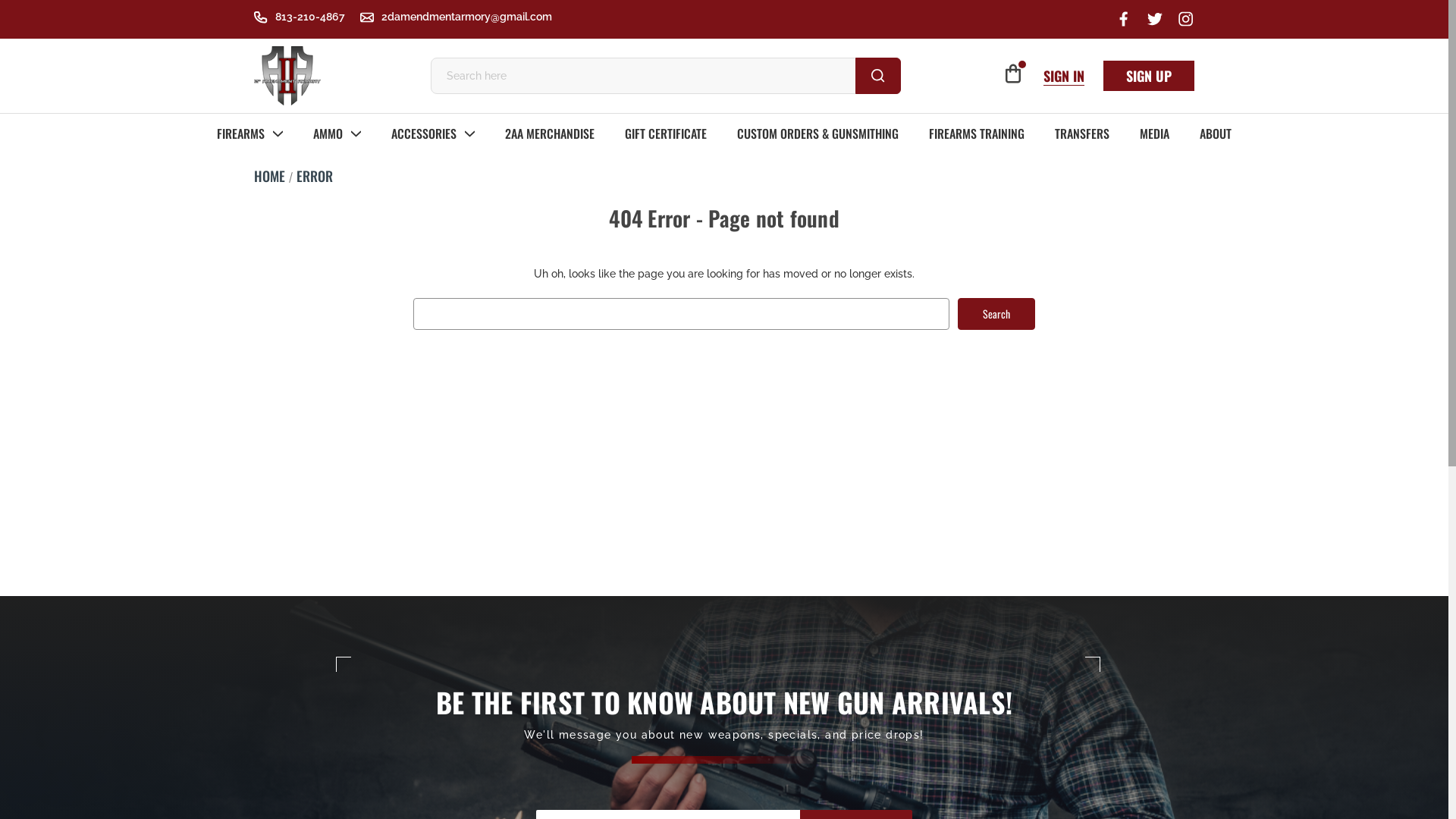 The height and width of the screenshot is (819, 1456). Describe the element at coordinates (1154, 18) in the screenshot. I see `'Twitter'` at that location.